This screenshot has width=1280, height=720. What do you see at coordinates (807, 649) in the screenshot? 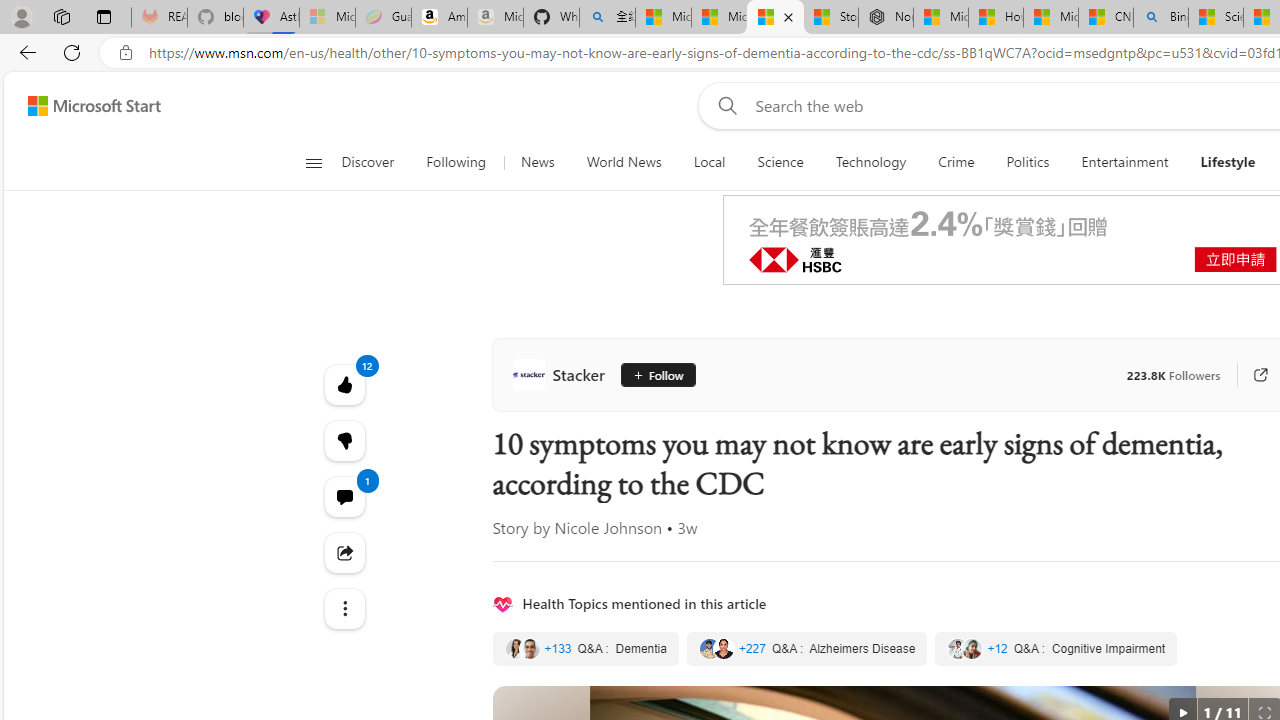
I see `'Alzheimers Disease'` at bounding box center [807, 649].